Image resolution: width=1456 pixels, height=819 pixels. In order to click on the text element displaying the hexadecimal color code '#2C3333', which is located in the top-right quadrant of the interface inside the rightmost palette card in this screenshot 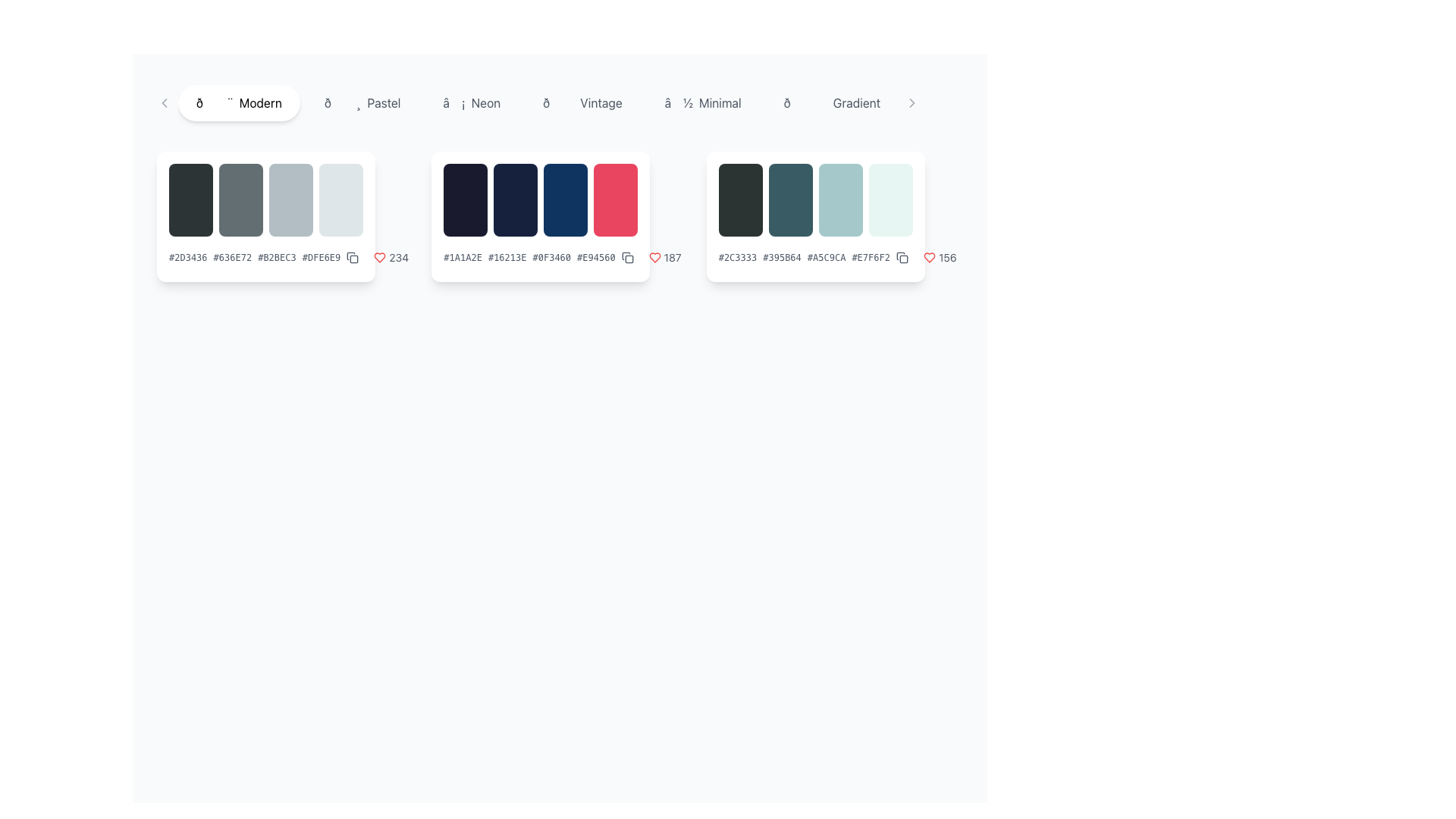, I will do `click(737, 256)`.